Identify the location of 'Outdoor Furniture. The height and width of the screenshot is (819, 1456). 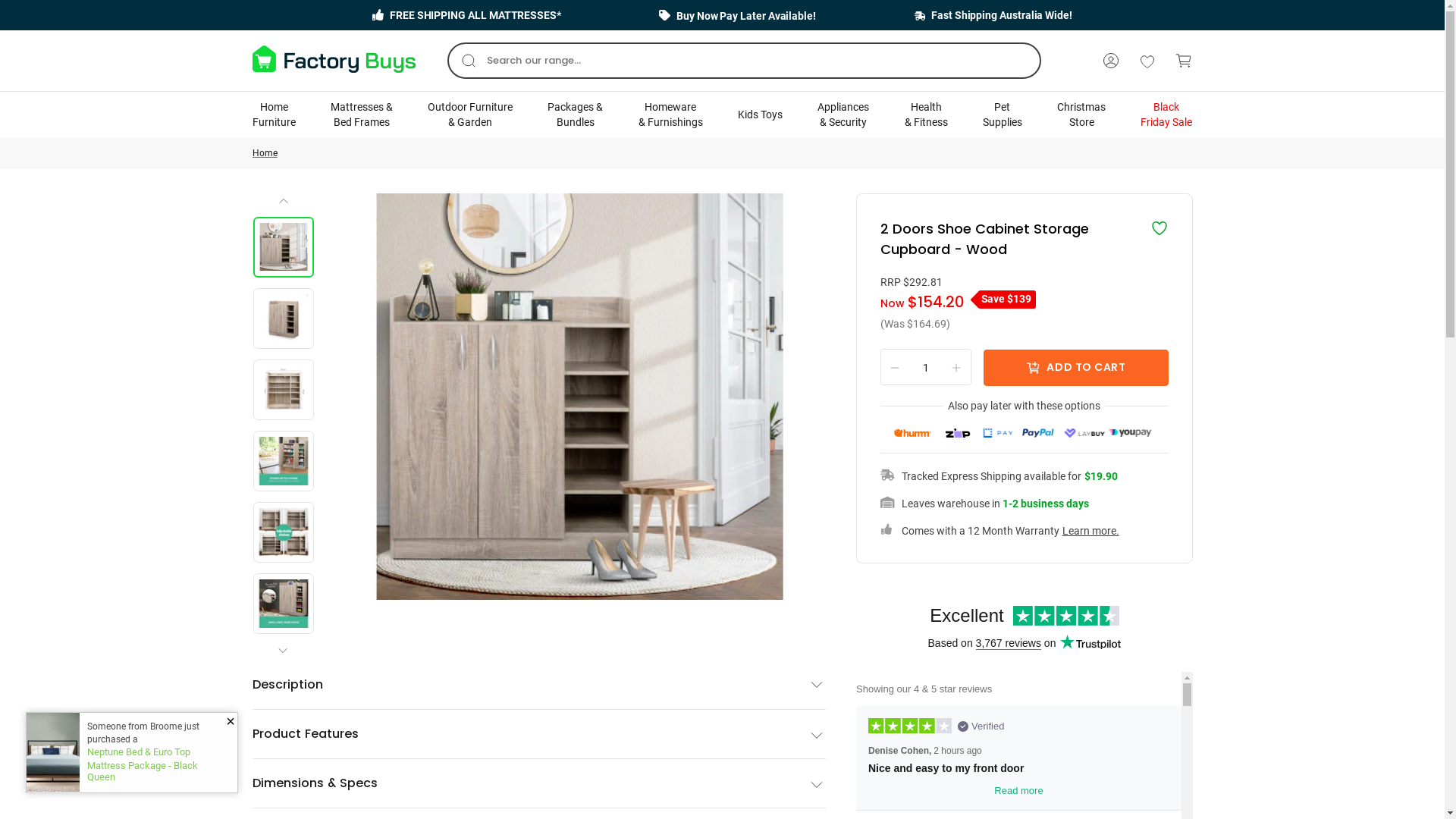
(427, 113).